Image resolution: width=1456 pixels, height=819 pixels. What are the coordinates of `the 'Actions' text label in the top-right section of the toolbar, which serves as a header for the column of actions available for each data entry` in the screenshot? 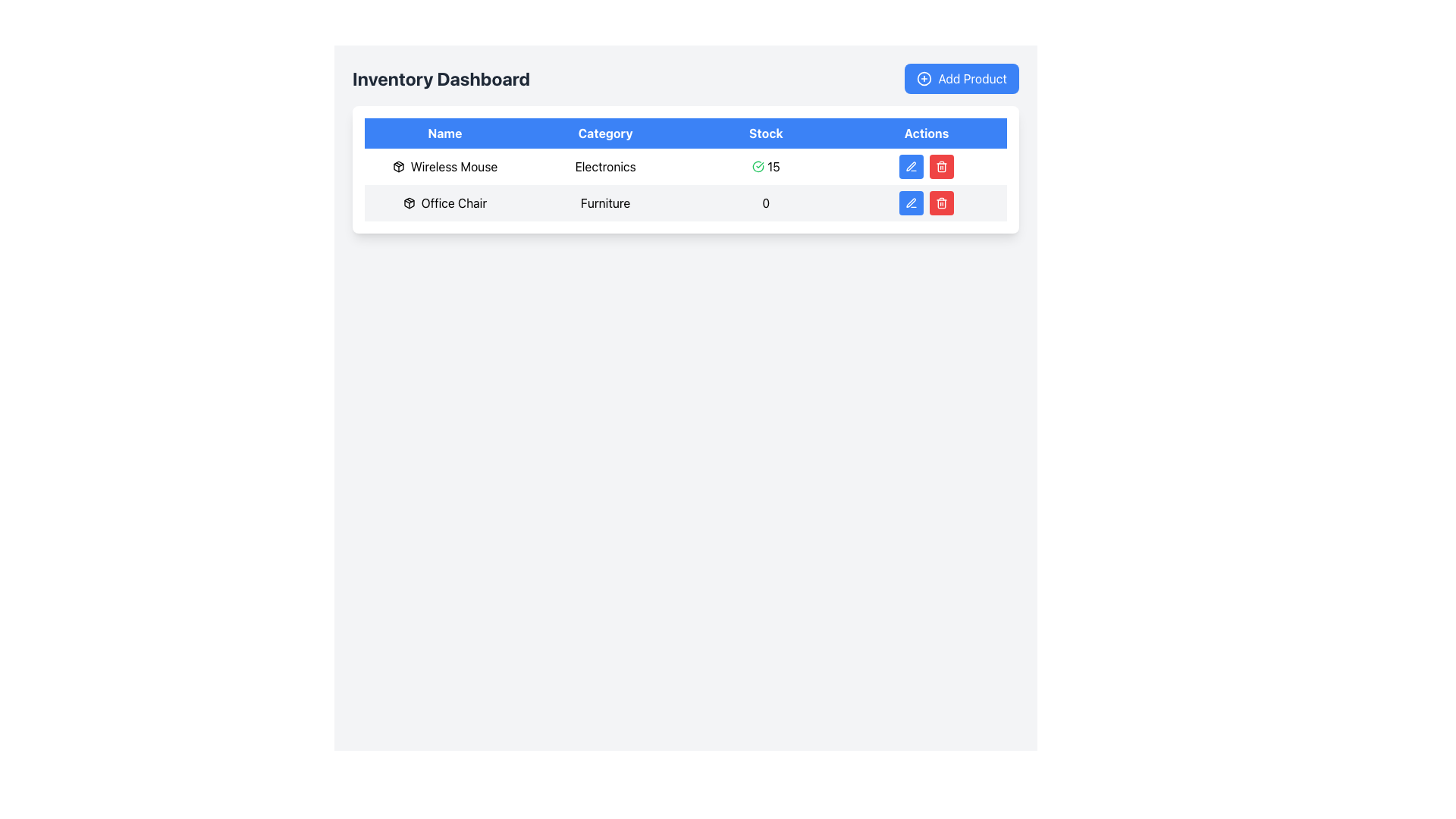 It's located at (926, 133).